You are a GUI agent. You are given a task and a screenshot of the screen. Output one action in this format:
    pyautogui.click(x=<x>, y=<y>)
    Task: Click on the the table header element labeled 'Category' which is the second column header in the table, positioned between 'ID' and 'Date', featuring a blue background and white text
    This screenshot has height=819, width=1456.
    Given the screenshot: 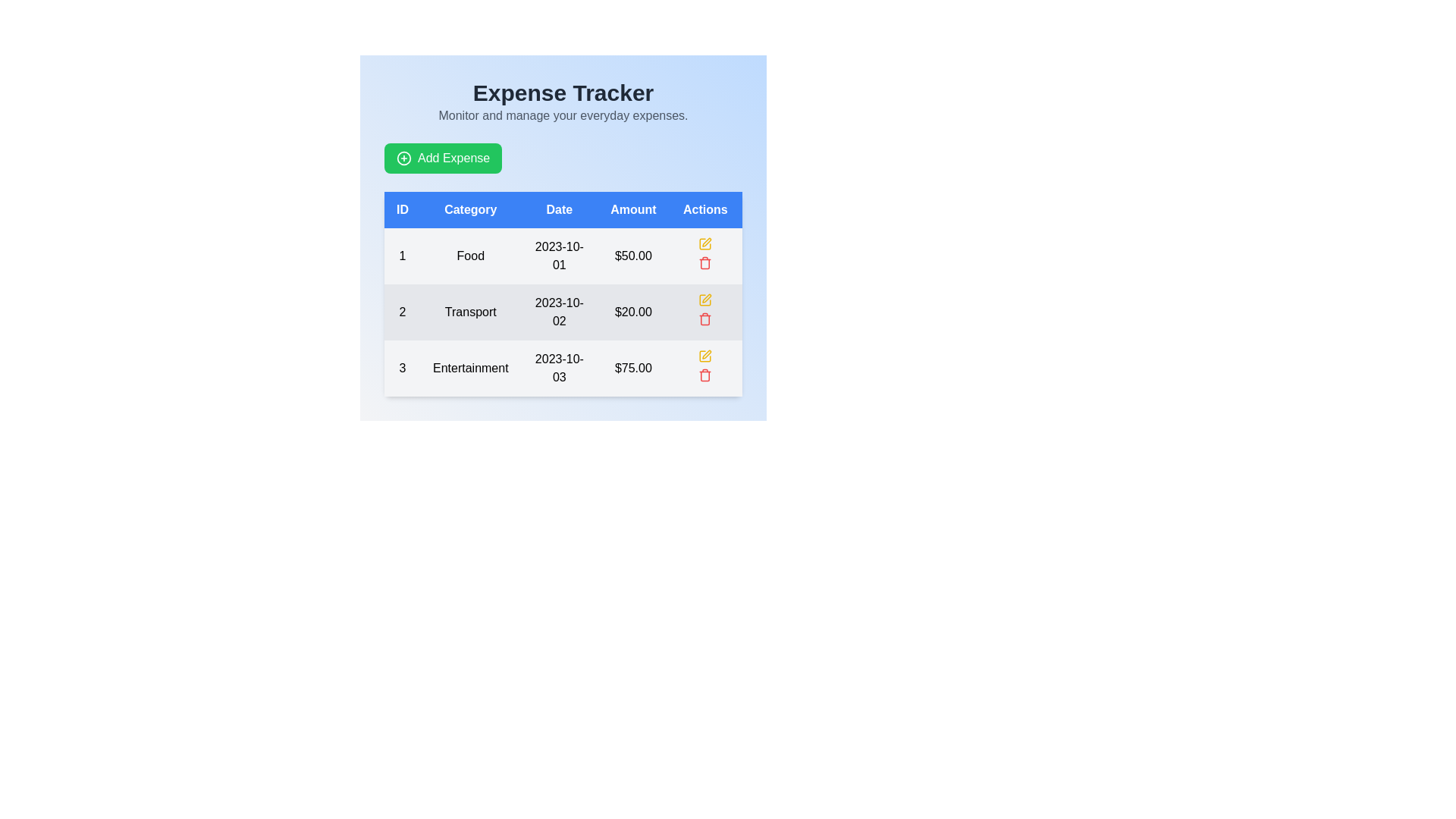 What is the action you would take?
    pyautogui.click(x=469, y=210)
    